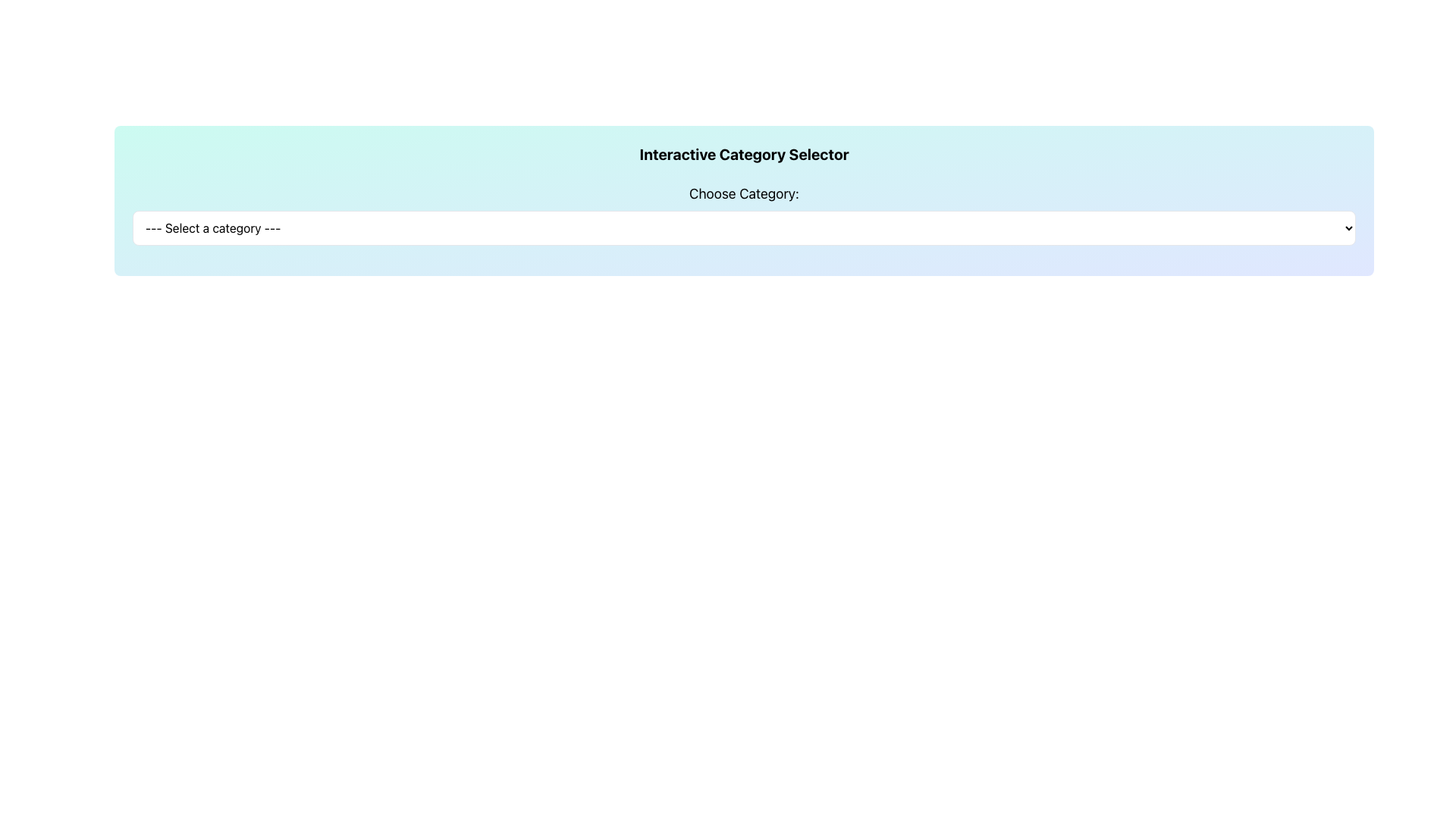  I want to click on the text label that instructs the user to select a category, positioned above the dropdown menu, so click(744, 193).